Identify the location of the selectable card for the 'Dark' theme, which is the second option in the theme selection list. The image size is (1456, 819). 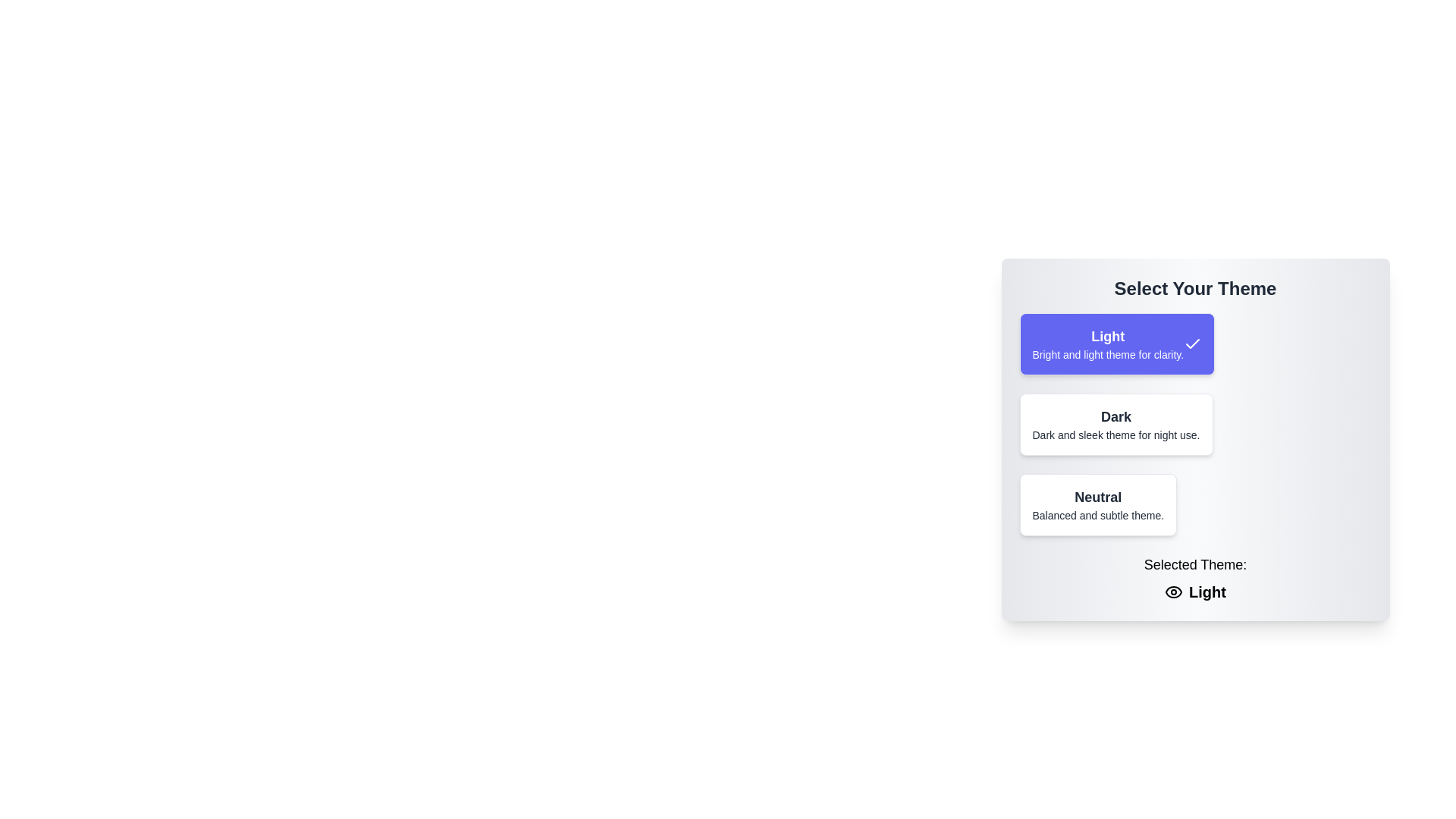
(1116, 424).